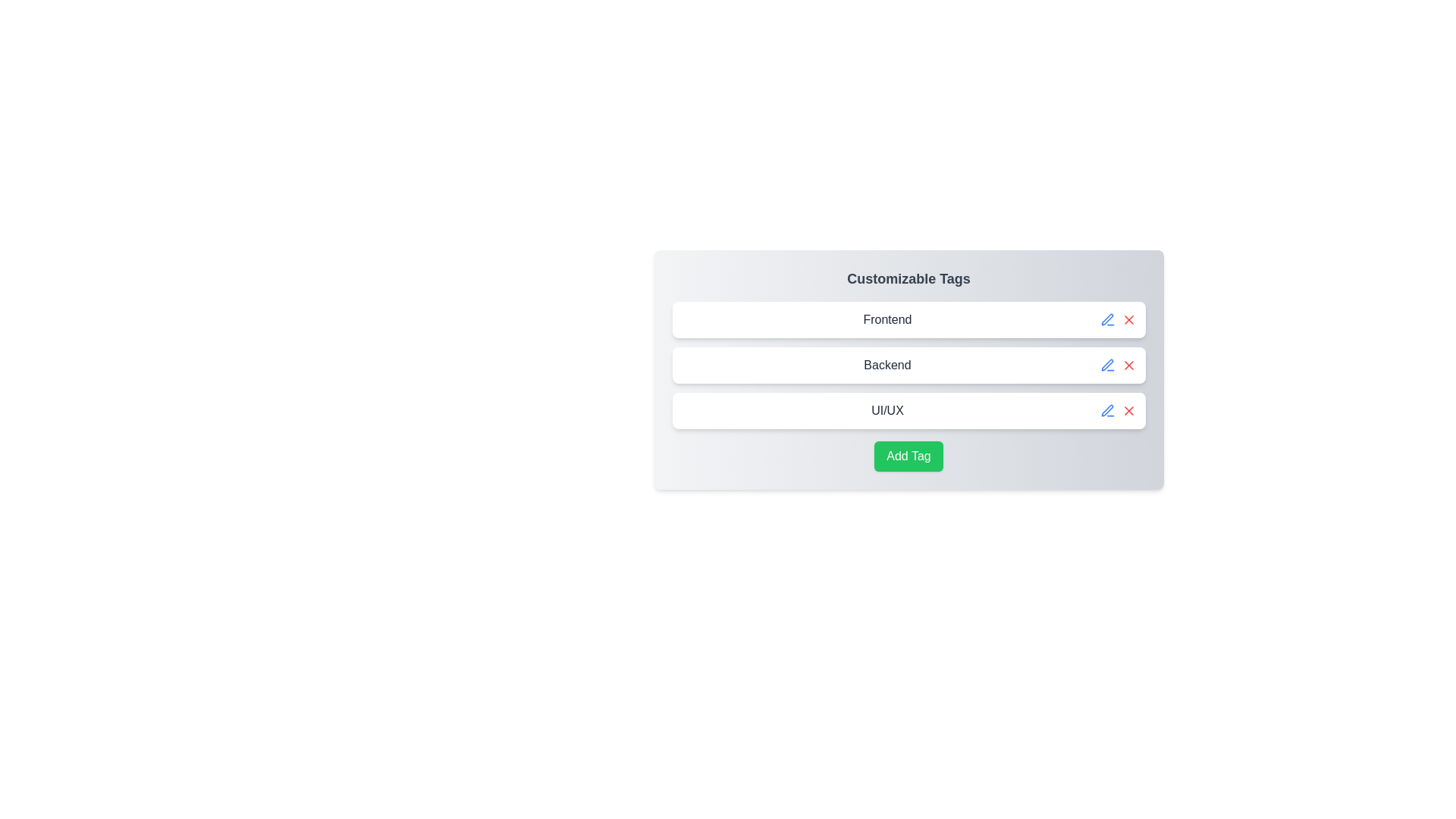 The width and height of the screenshot is (1456, 819). I want to click on edit button for the tag labeled Backend, so click(1107, 366).